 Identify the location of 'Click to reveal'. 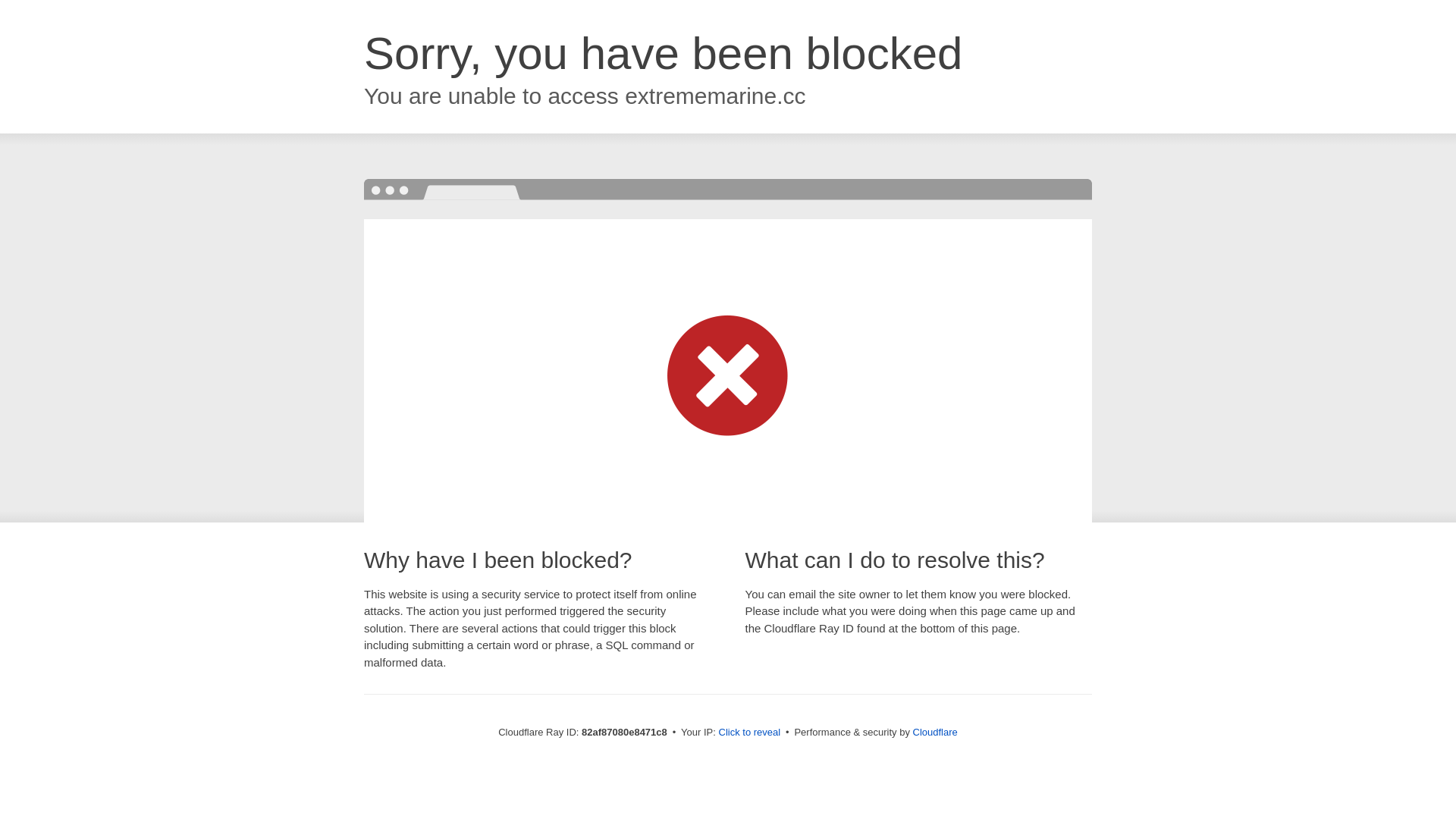
(749, 731).